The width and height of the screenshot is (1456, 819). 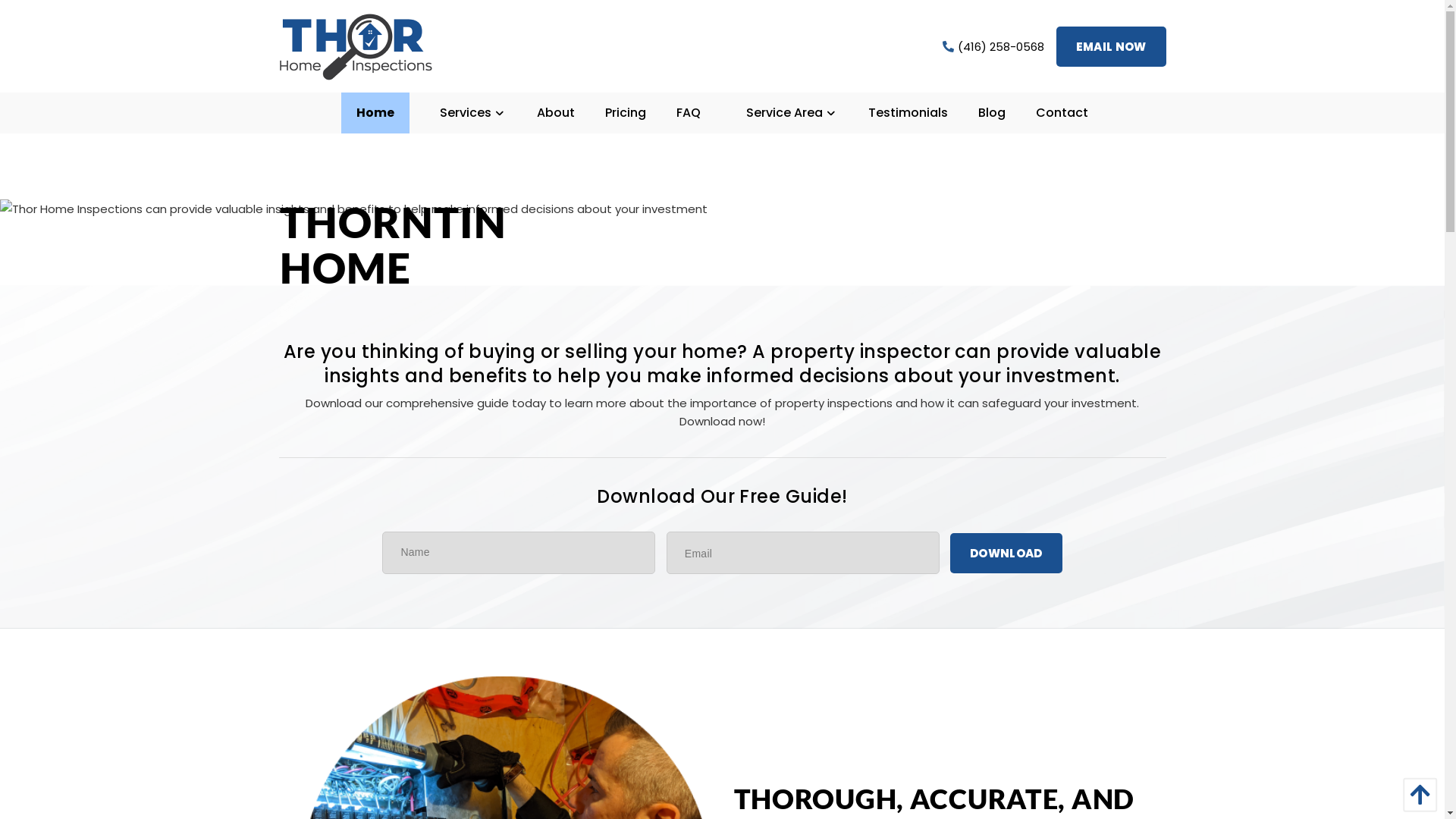 I want to click on 'About', so click(x=555, y=112).